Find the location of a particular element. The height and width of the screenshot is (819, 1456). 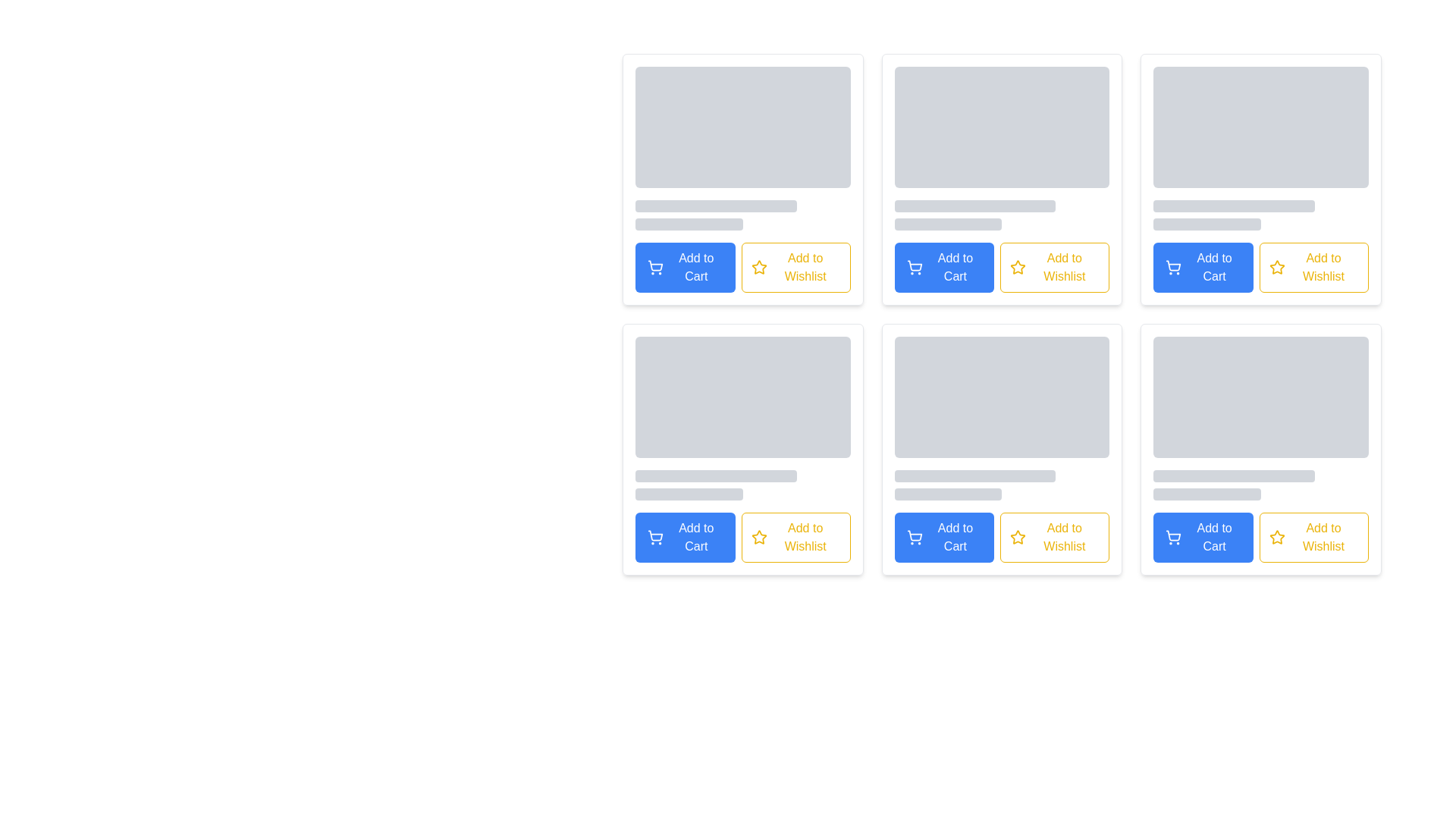

the 'Add to Wishlist' button is located at coordinates (1054, 537).